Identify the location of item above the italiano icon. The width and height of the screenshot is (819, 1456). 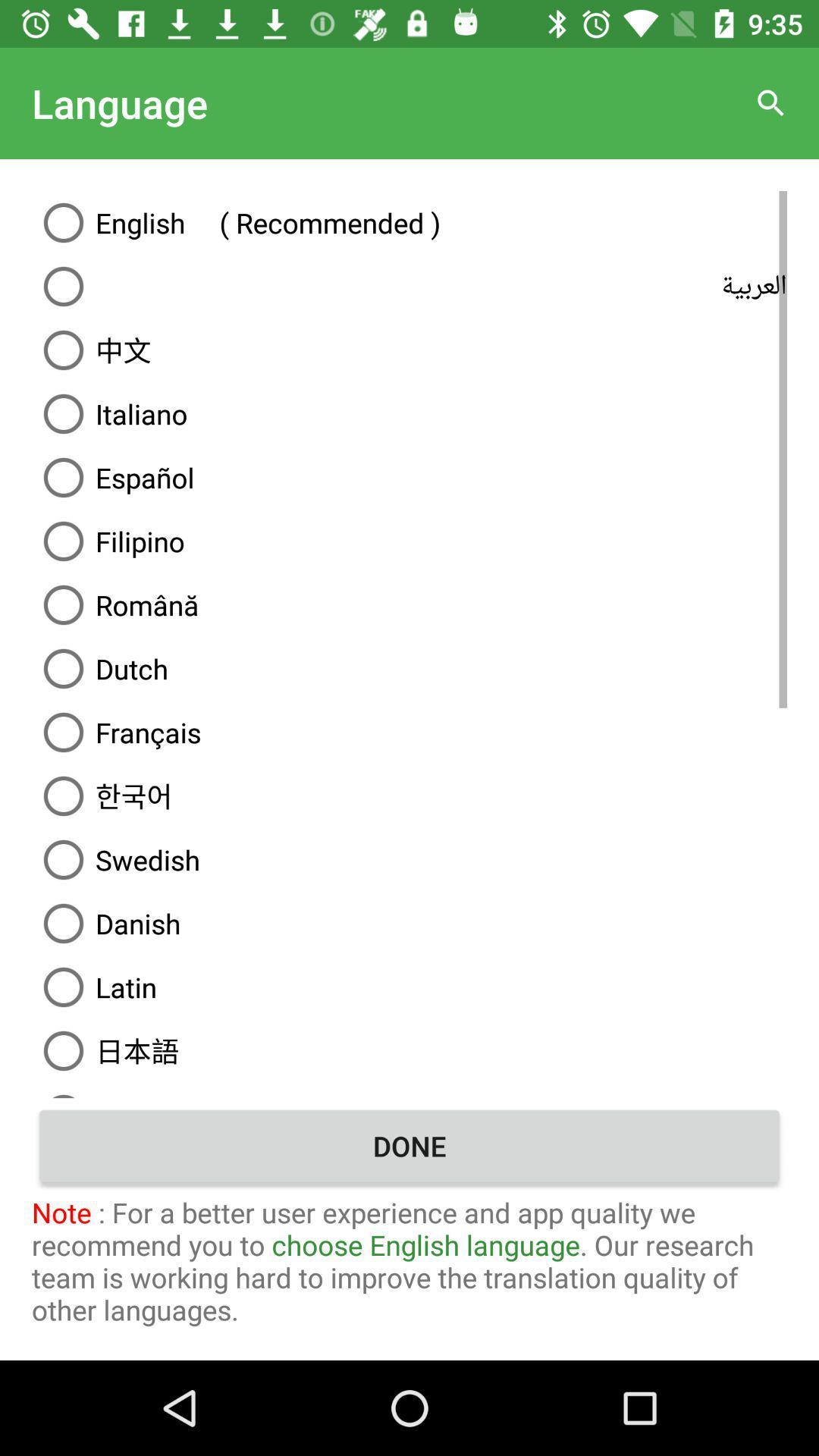
(409, 349).